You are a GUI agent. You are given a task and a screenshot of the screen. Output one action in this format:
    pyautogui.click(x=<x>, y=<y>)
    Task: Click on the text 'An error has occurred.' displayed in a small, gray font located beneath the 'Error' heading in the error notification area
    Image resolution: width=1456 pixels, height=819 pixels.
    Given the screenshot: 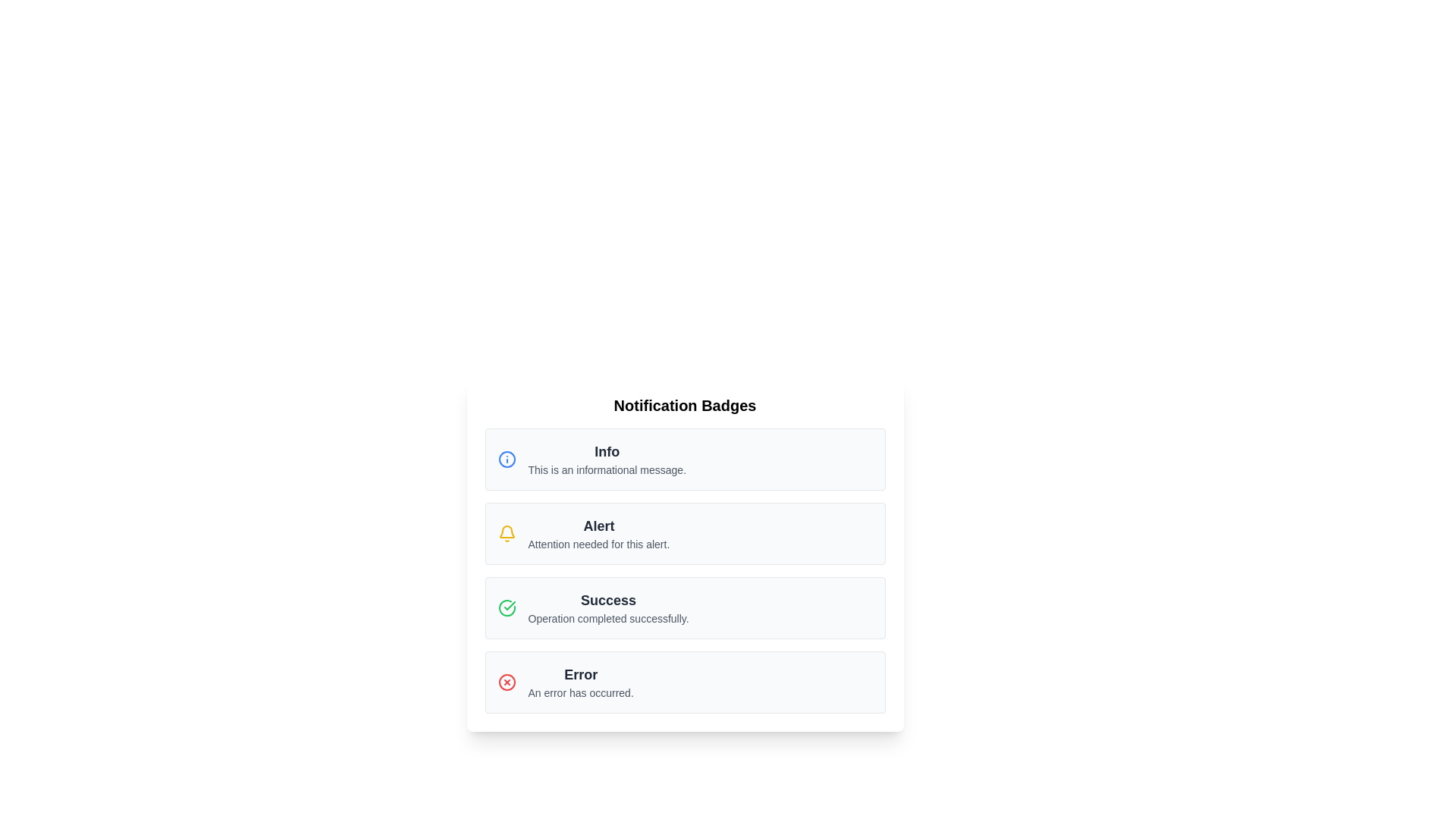 What is the action you would take?
    pyautogui.click(x=580, y=693)
    